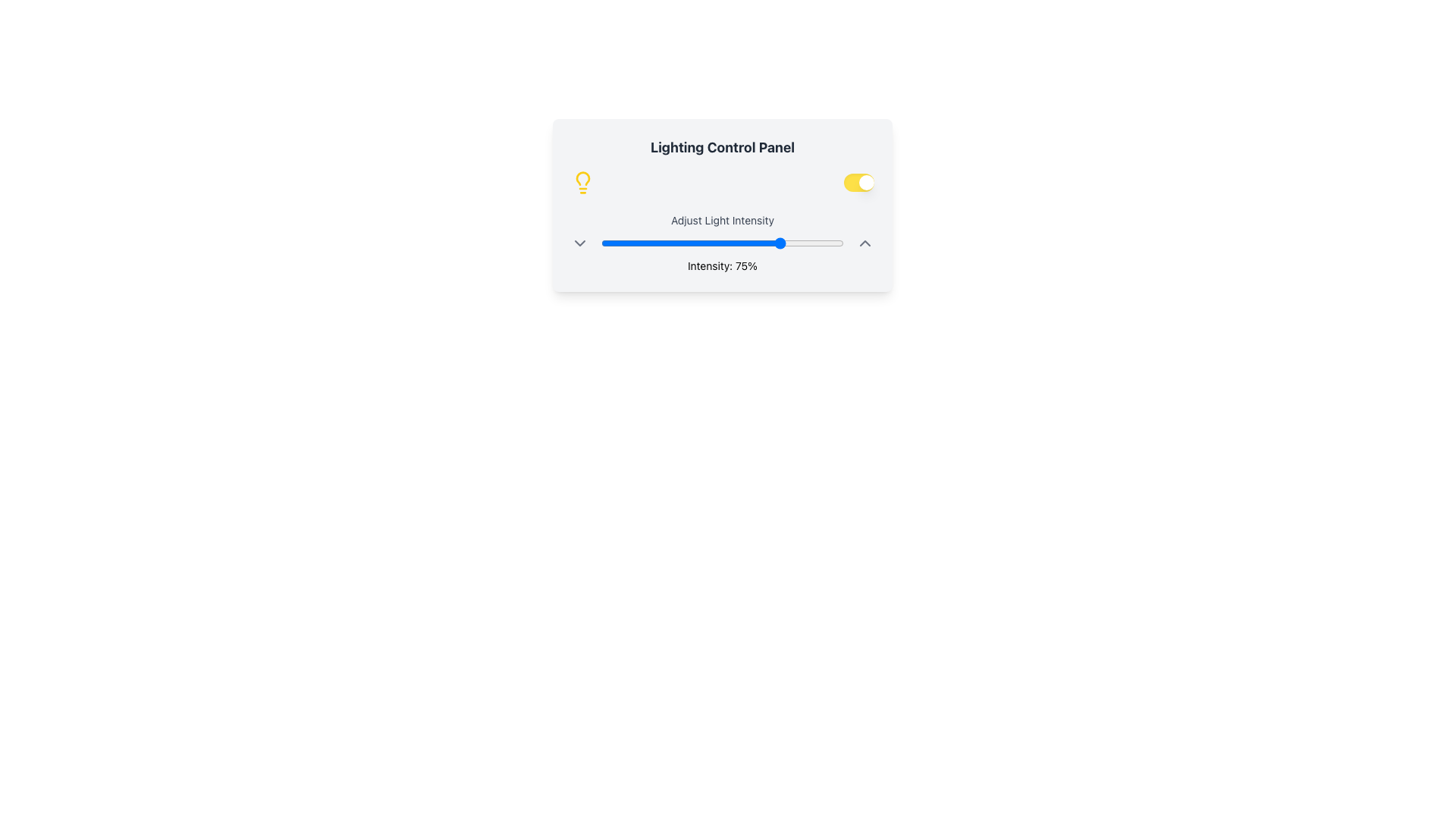 The image size is (1456, 819). I want to click on light intensity, so click(654, 242).